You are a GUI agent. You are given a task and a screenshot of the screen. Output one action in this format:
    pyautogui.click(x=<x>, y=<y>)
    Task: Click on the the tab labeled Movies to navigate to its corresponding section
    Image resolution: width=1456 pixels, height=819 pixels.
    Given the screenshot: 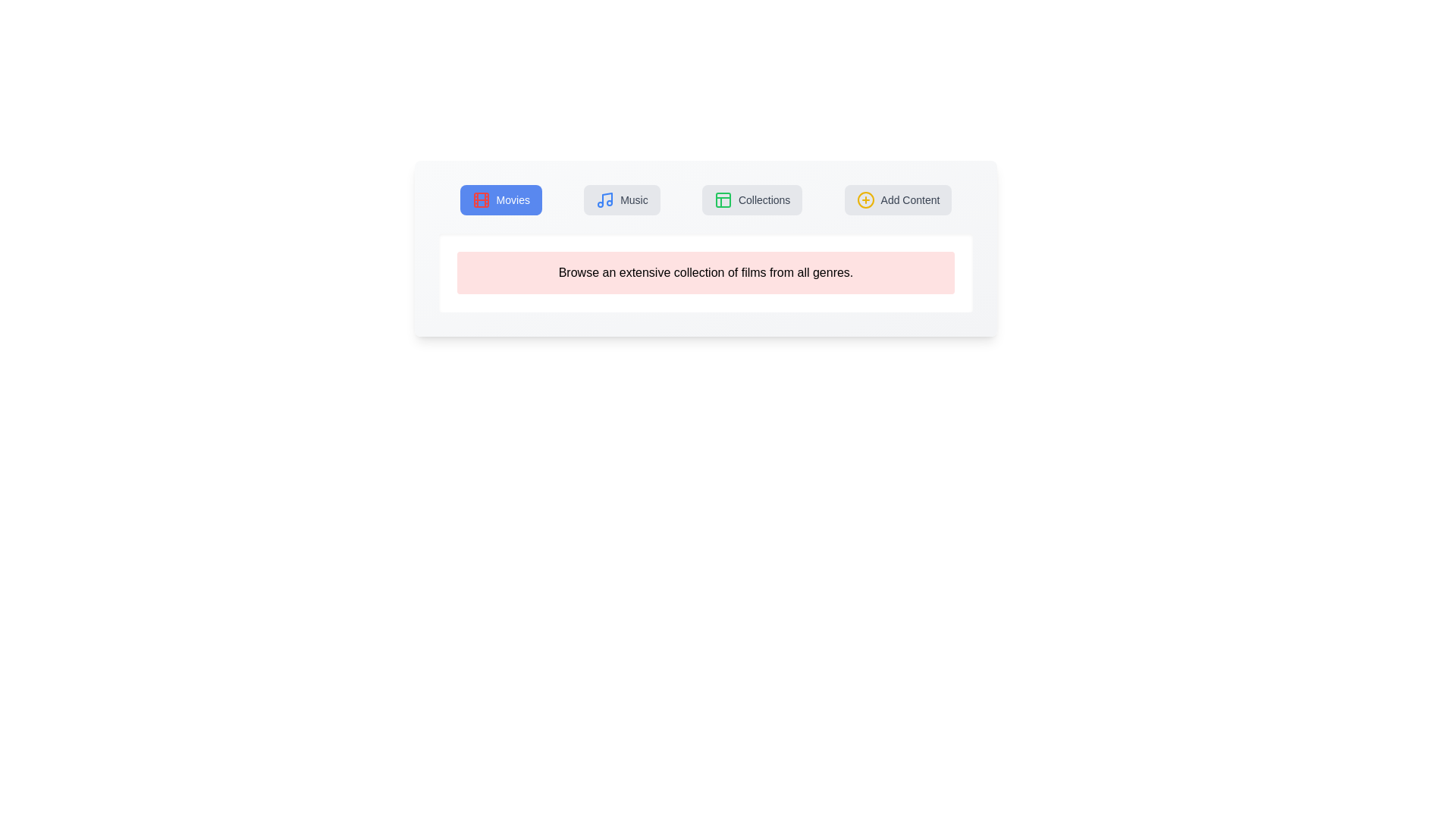 What is the action you would take?
    pyautogui.click(x=500, y=199)
    